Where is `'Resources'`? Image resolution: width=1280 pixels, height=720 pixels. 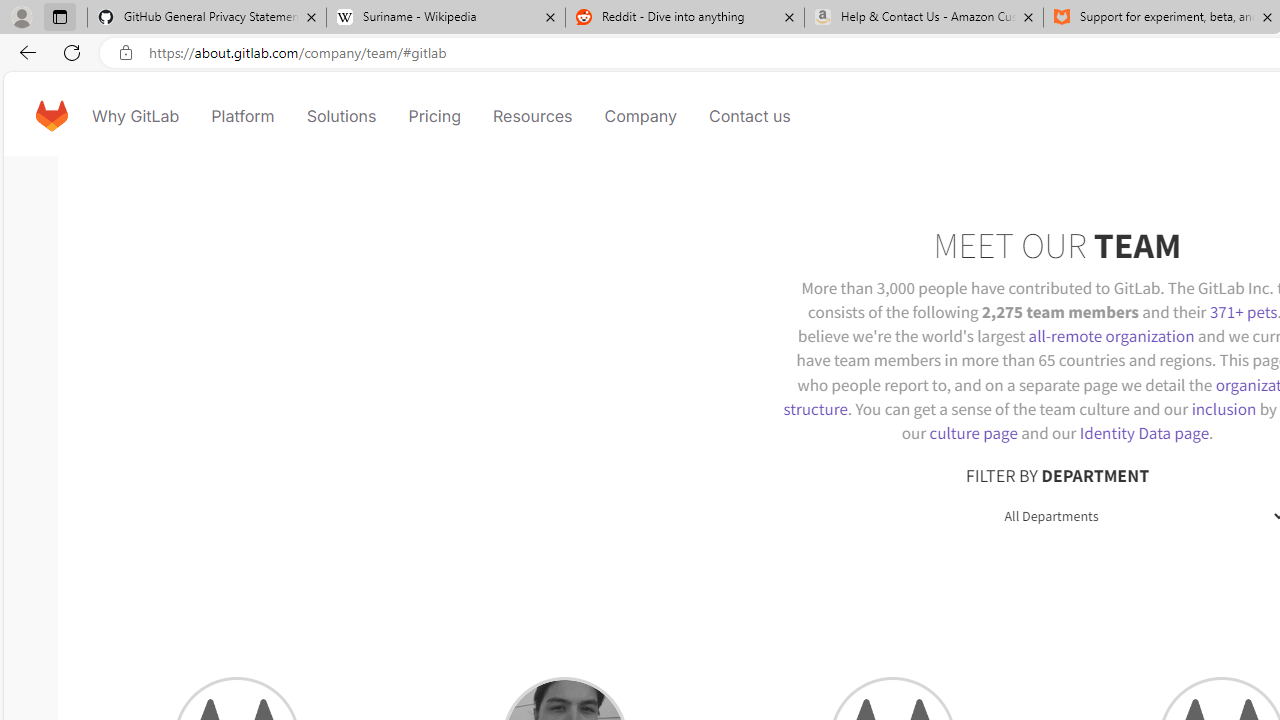
'Resources' is located at coordinates (532, 115).